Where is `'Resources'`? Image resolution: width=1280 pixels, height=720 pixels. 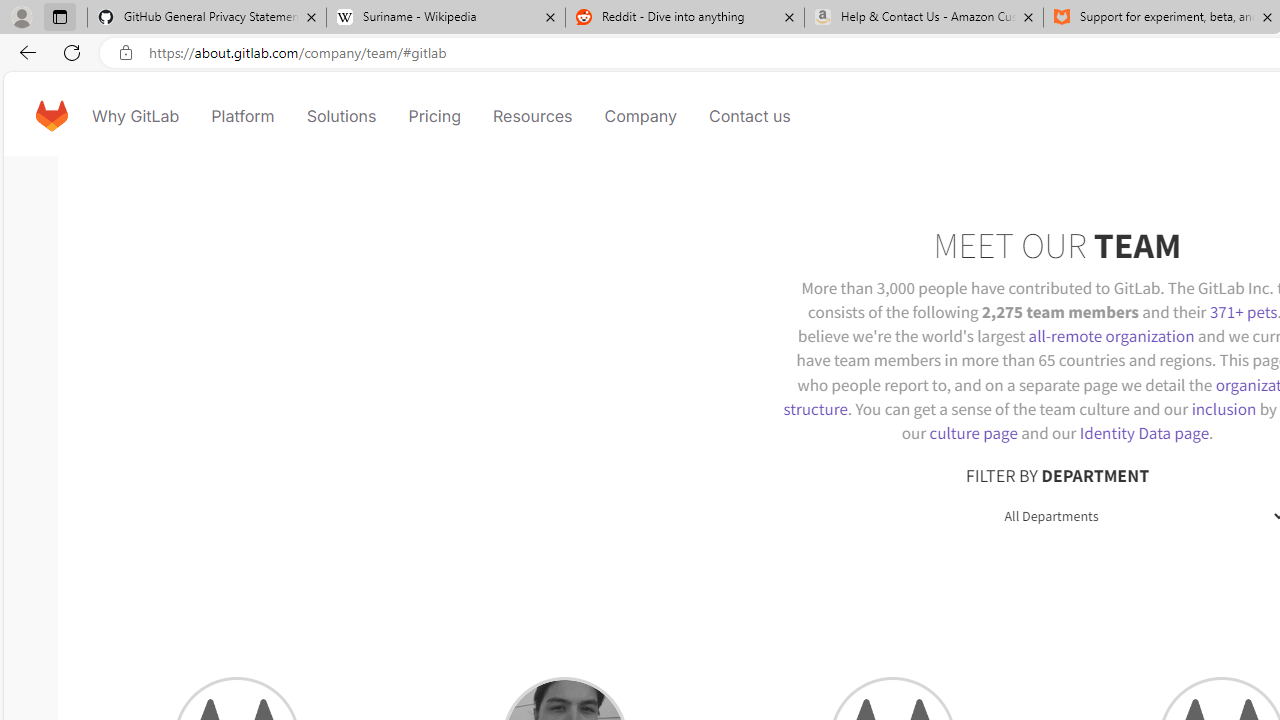
'Resources' is located at coordinates (532, 115).